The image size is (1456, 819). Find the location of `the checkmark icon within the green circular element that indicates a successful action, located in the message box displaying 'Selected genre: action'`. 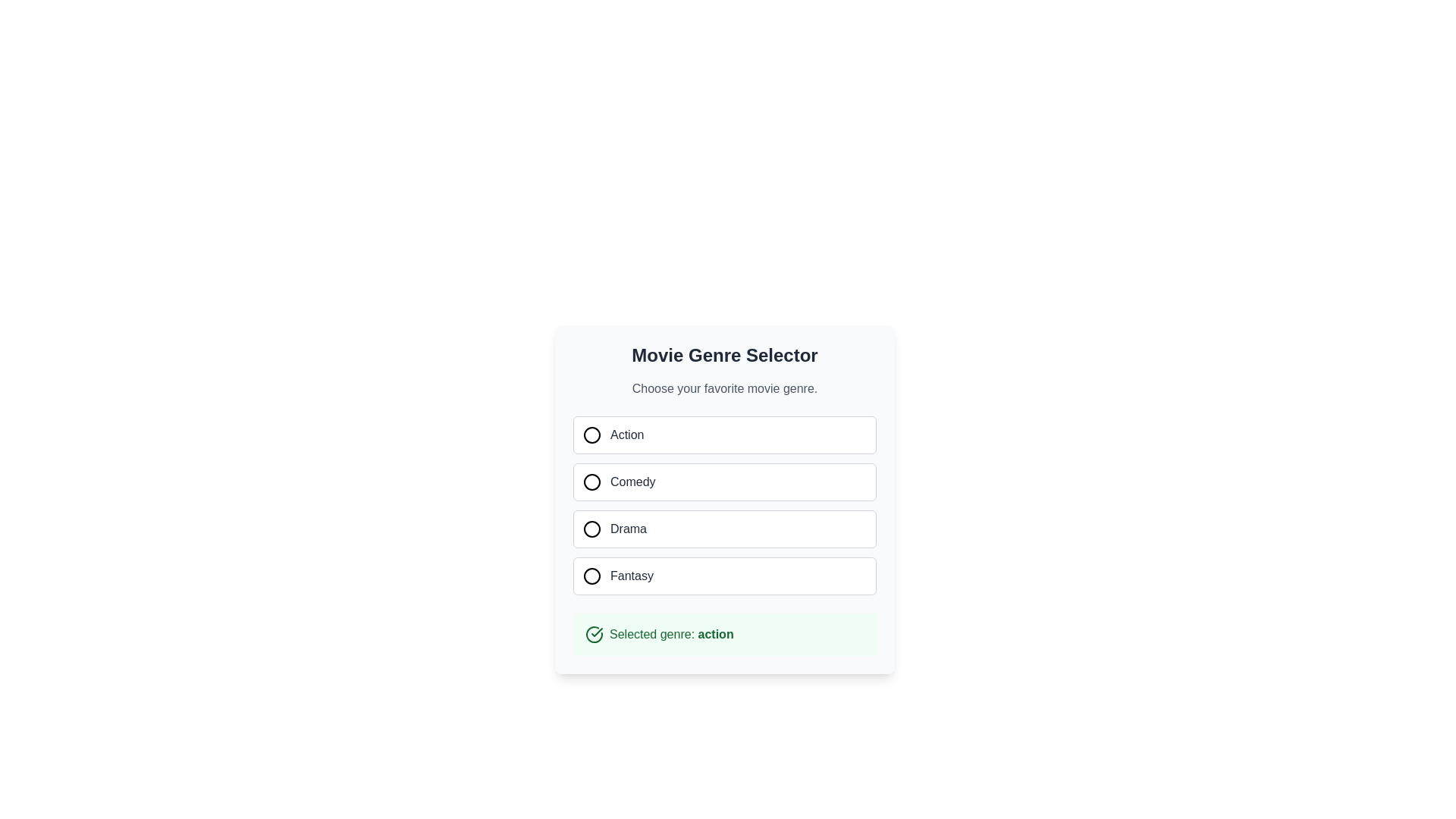

the checkmark icon within the green circular element that indicates a successful action, located in the message box displaying 'Selected genre: action' is located at coordinates (596, 632).